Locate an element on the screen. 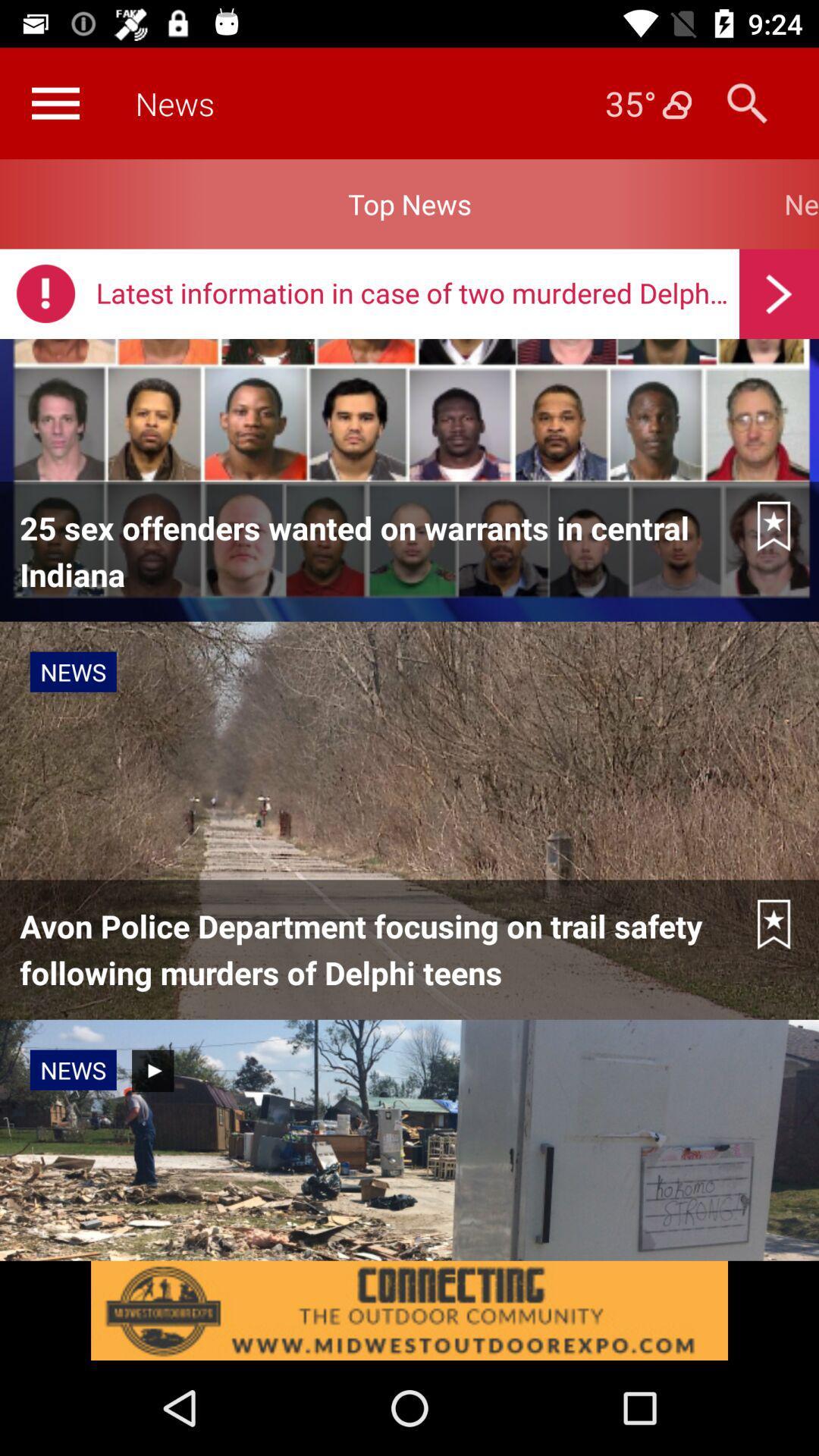 This screenshot has height=1456, width=819. customs is located at coordinates (55, 102).